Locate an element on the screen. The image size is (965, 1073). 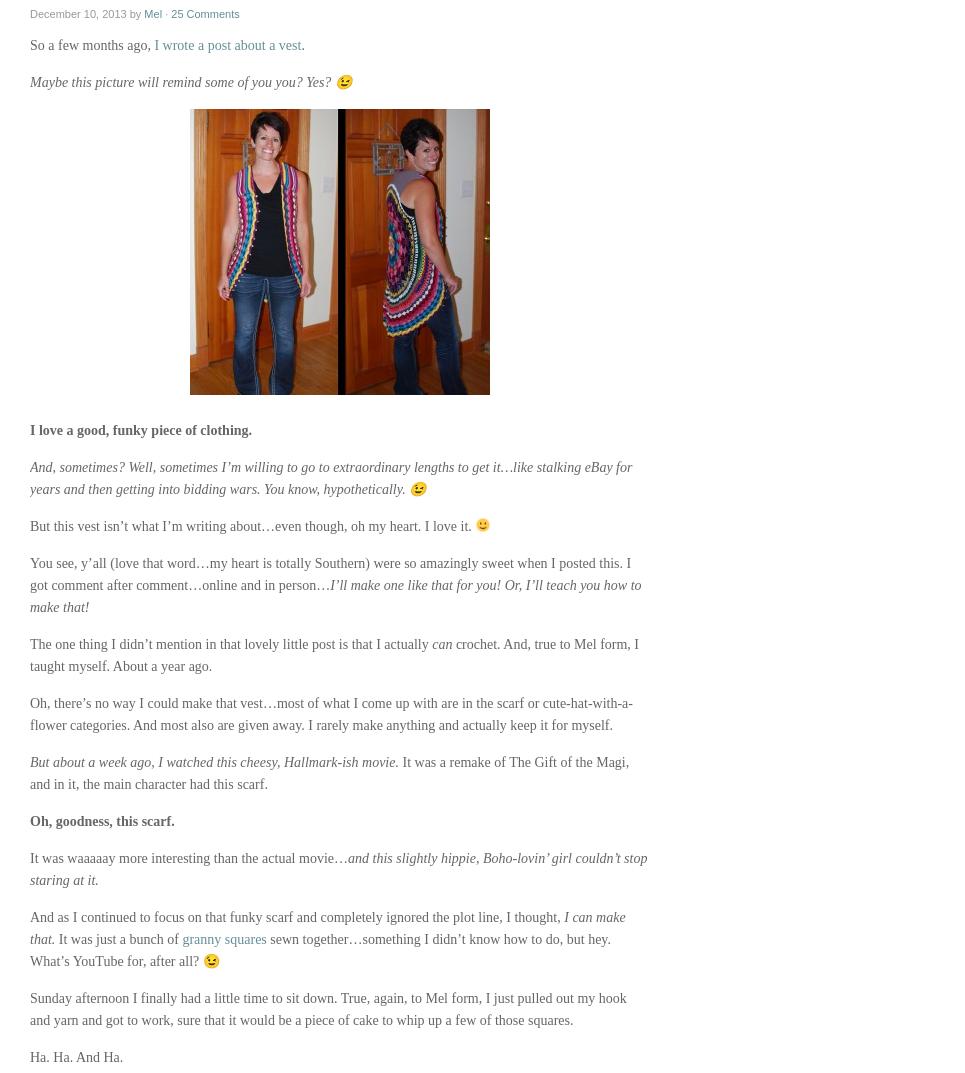
'25 Comments' is located at coordinates (169, 12).